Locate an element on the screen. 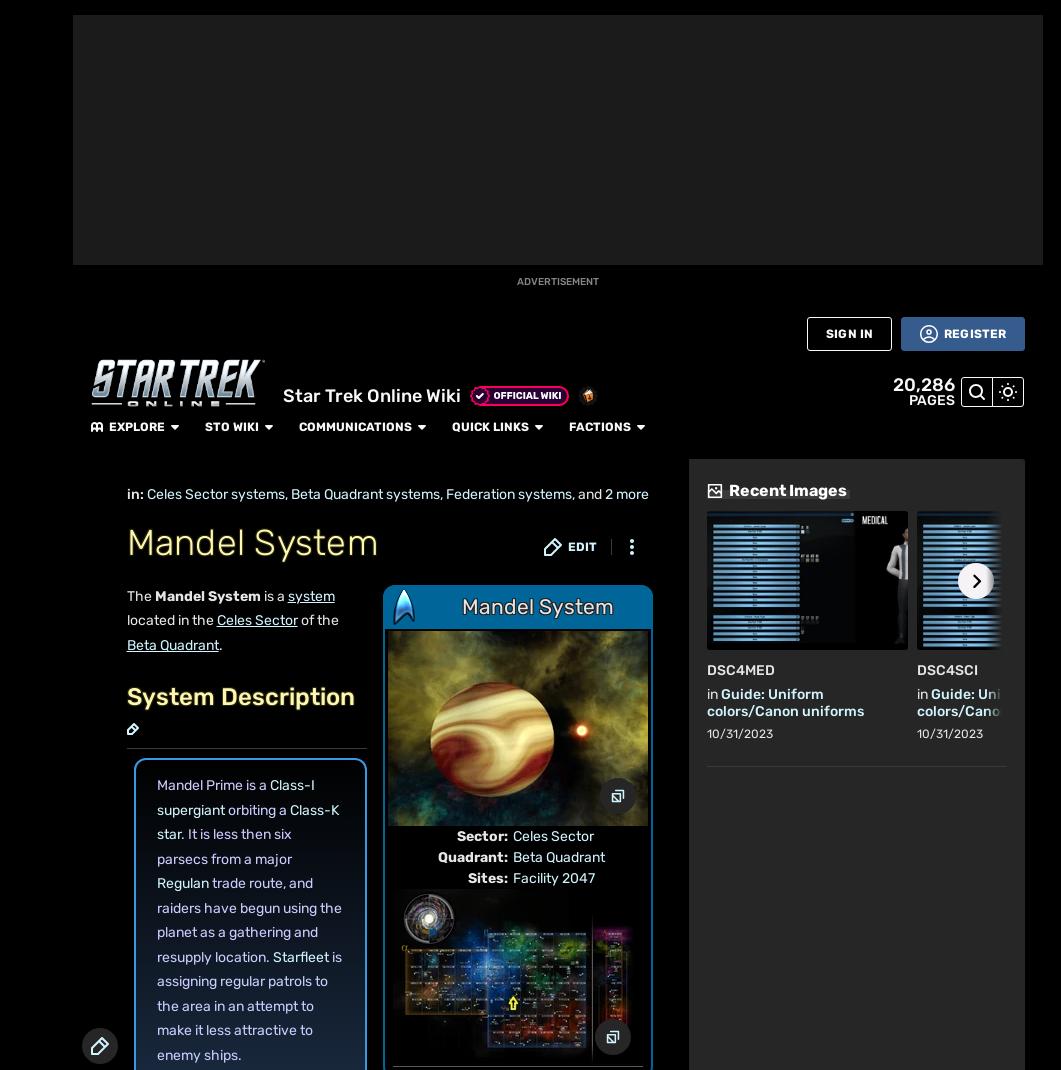  'STO wiki' is located at coordinates (404, 21).